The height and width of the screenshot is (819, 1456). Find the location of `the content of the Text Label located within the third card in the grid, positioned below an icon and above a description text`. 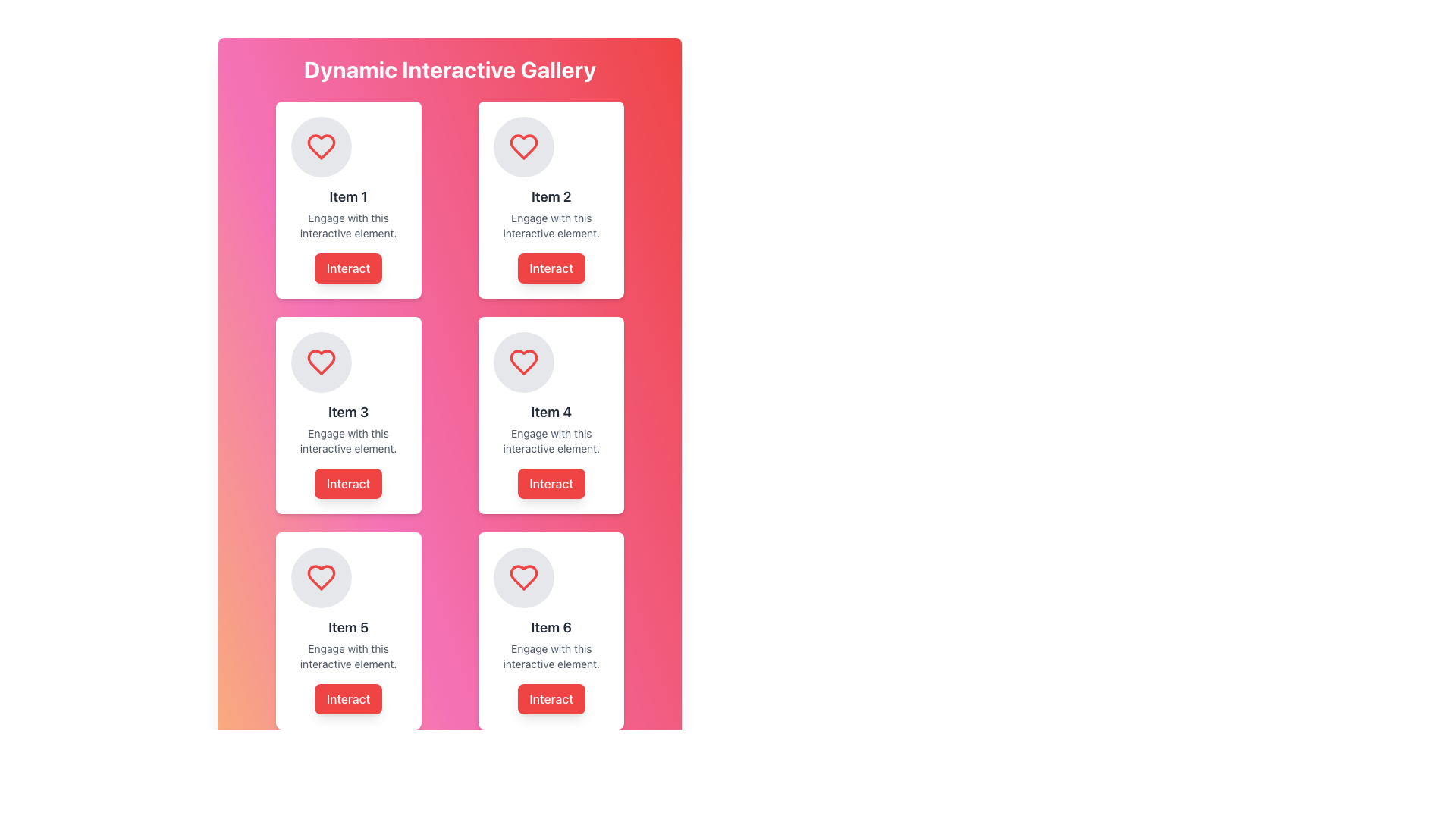

the content of the Text Label located within the third card in the grid, positioned below an icon and above a description text is located at coordinates (347, 412).